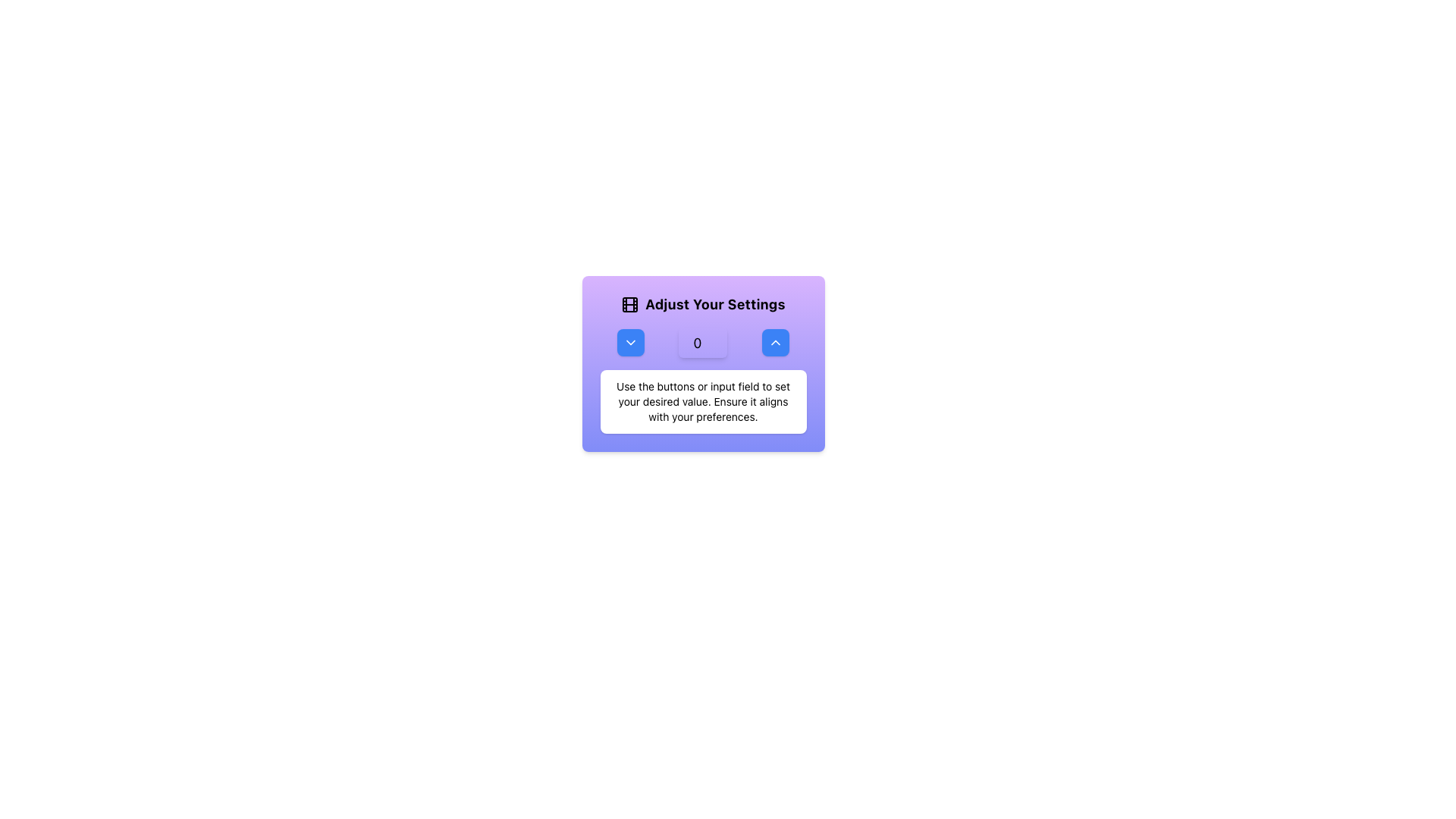 This screenshot has width=1456, height=819. What do you see at coordinates (775, 342) in the screenshot?
I see `the increment control button, which is a blue button located at the rightmost position among the three control elements in the modal` at bounding box center [775, 342].